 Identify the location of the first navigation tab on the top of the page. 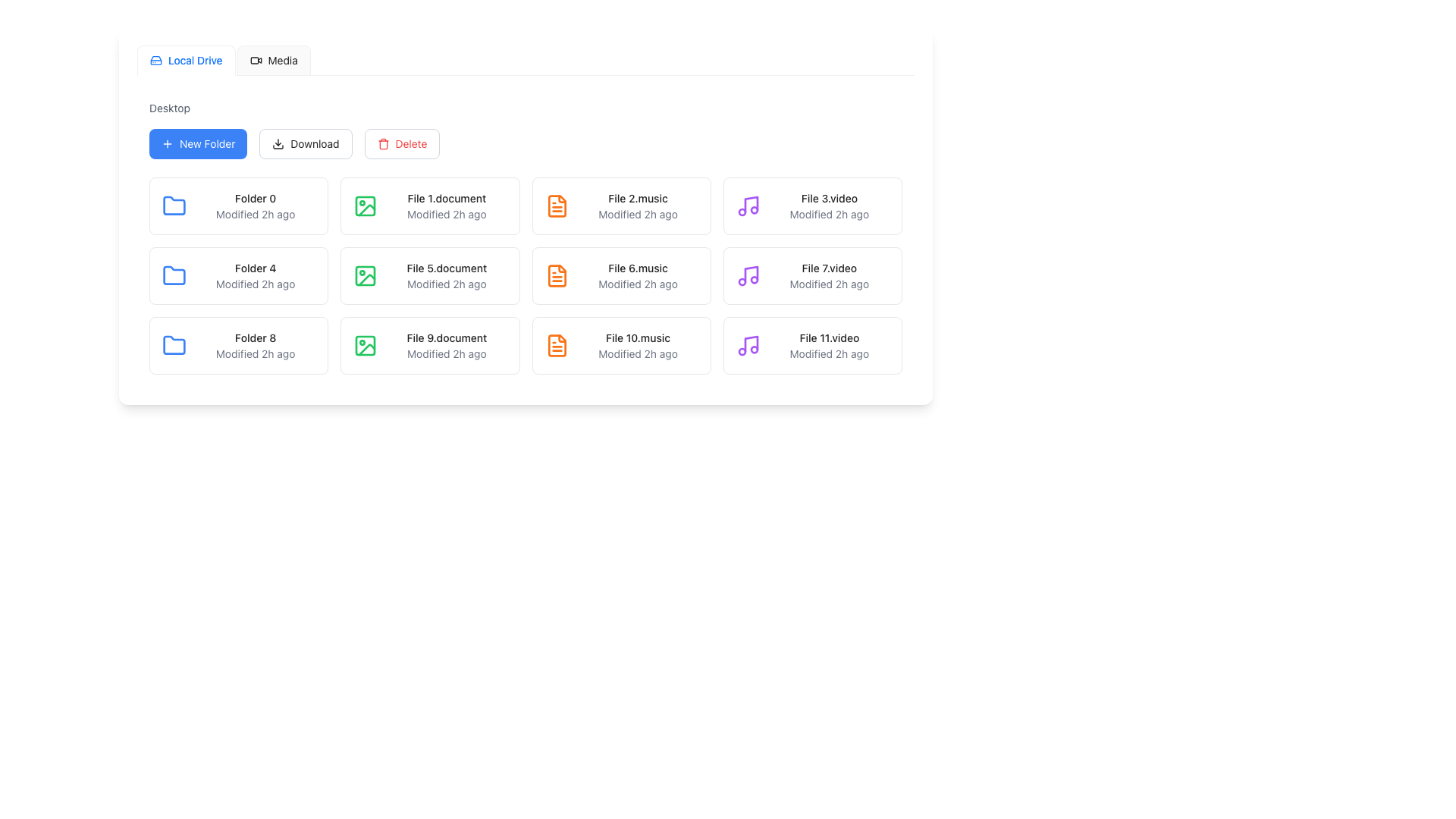
(185, 60).